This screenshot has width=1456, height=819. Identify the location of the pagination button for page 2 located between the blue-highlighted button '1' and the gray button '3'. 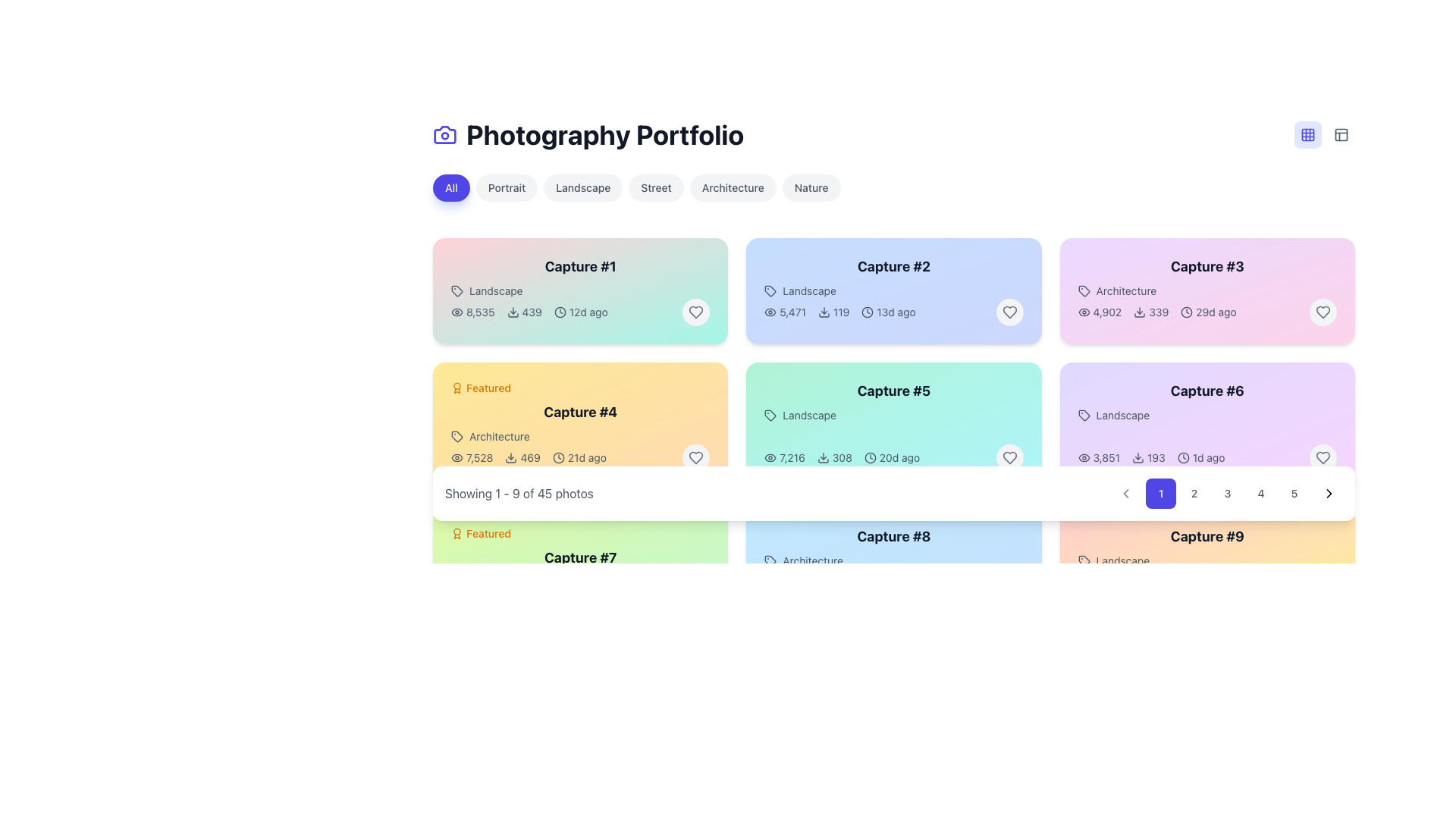
(1193, 494).